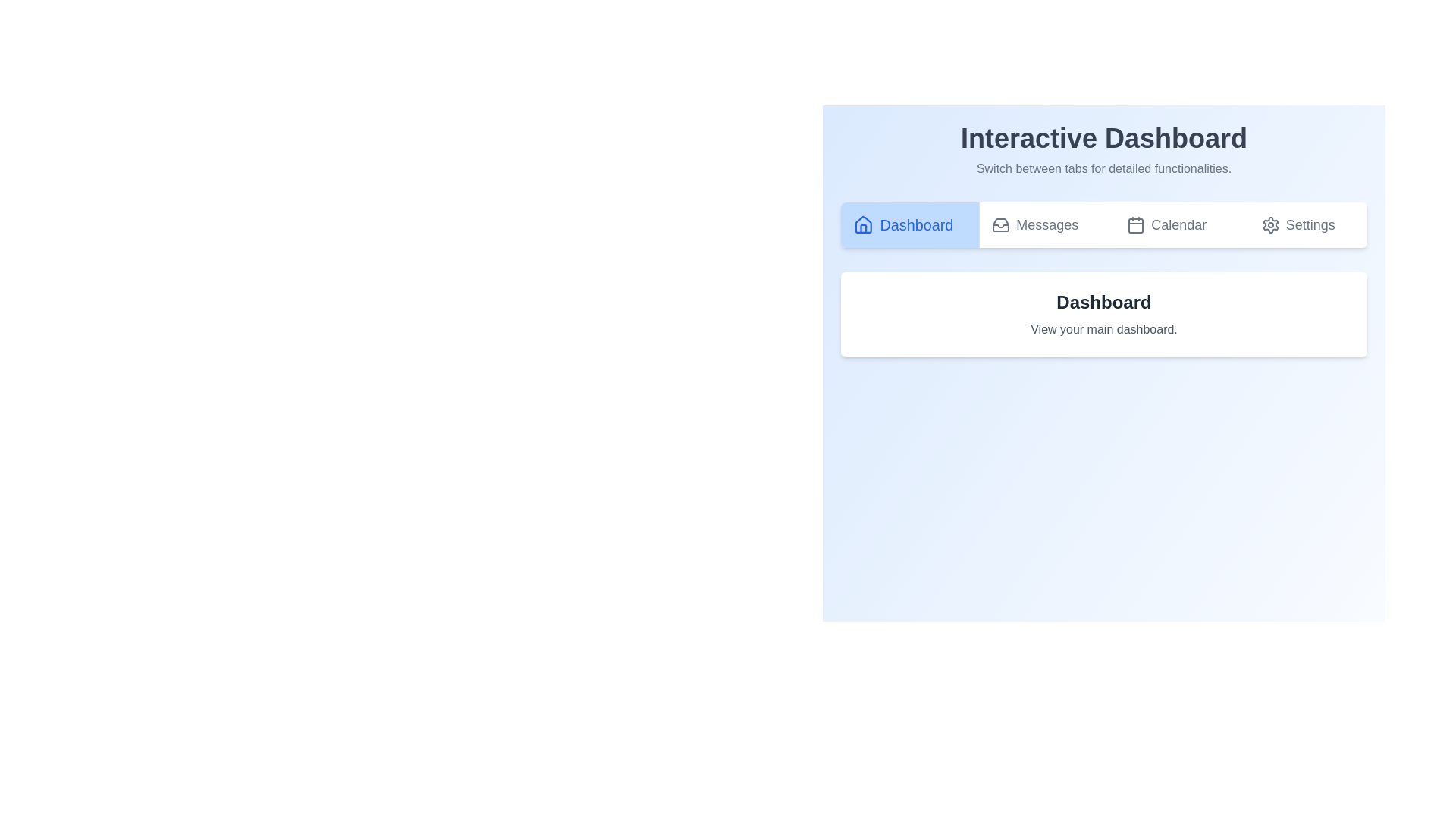 The height and width of the screenshot is (819, 1456). What do you see at coordinates (1178, 225) in the screenshot?
I see `the 'Calendar' text label located in the horizontal navigation bar, positioned between 'Messages' and 'Settings'` at bounding box center [1178, 225].